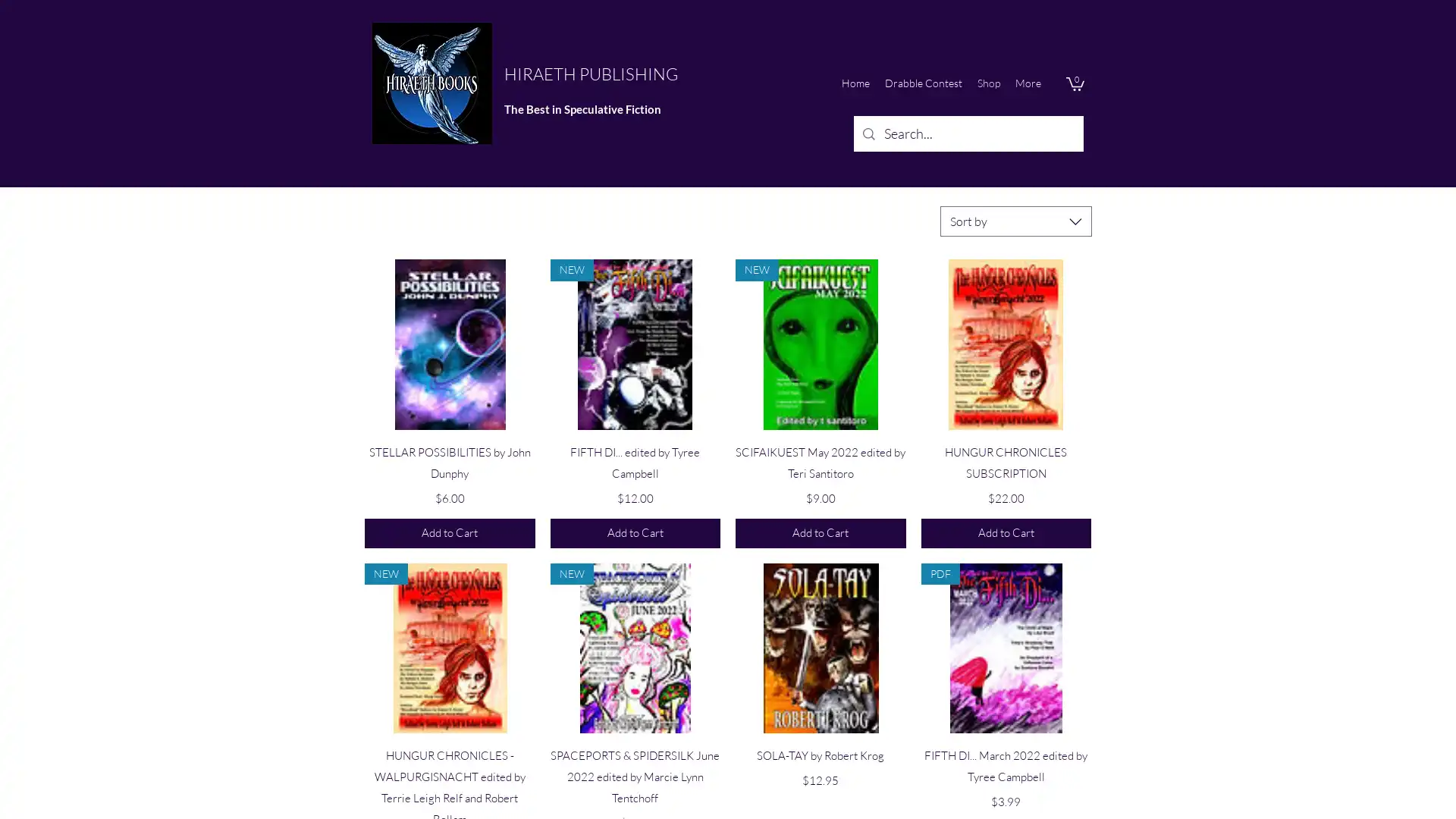 This screenshot has height=819, width=1456. I want to click on Quick View, so click(819, 447).